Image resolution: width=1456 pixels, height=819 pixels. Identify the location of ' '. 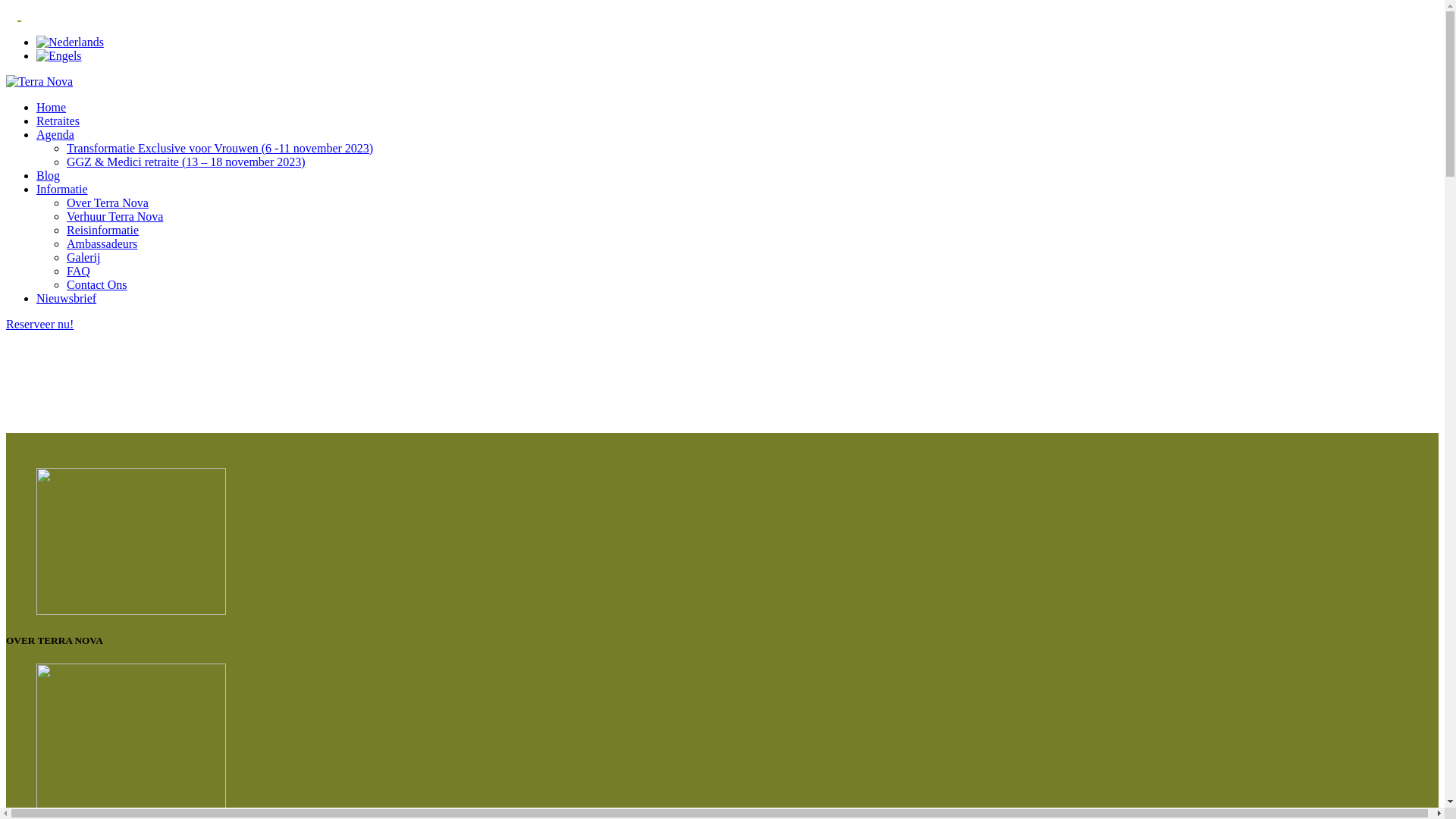
(19, 14).